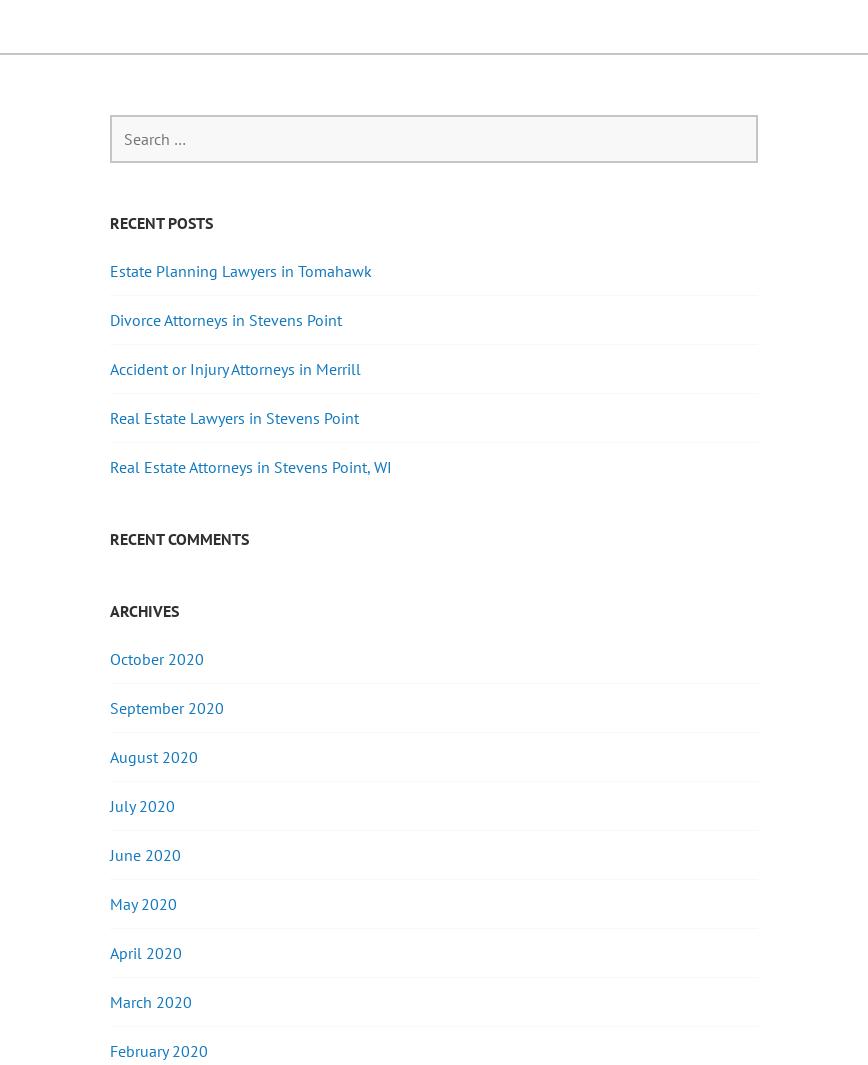  I want to click on 'August 2020', so click(153, 756).